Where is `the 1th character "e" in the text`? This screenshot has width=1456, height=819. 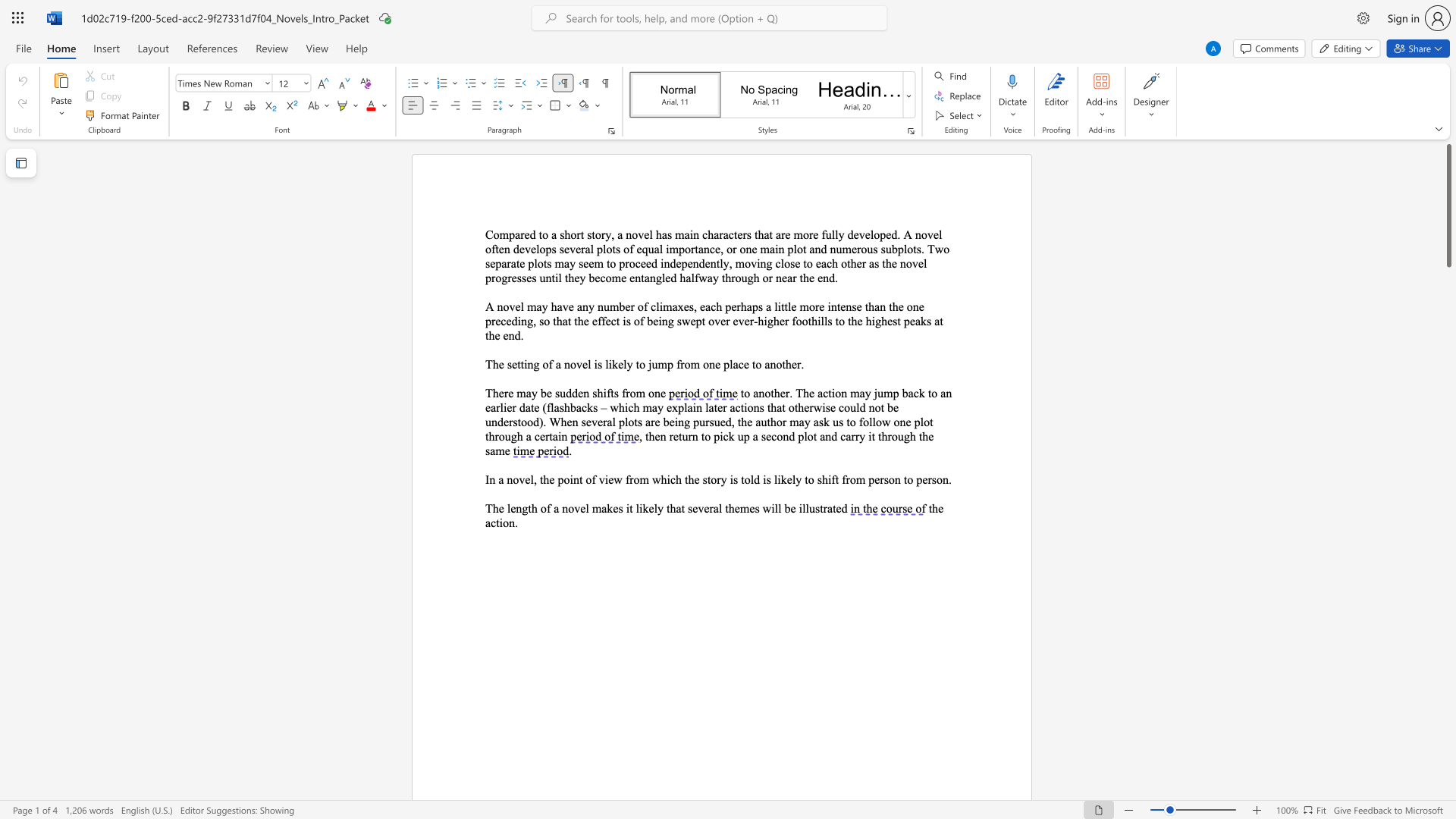
the 1th character "e" in the text is located at coordinates (501, 364).